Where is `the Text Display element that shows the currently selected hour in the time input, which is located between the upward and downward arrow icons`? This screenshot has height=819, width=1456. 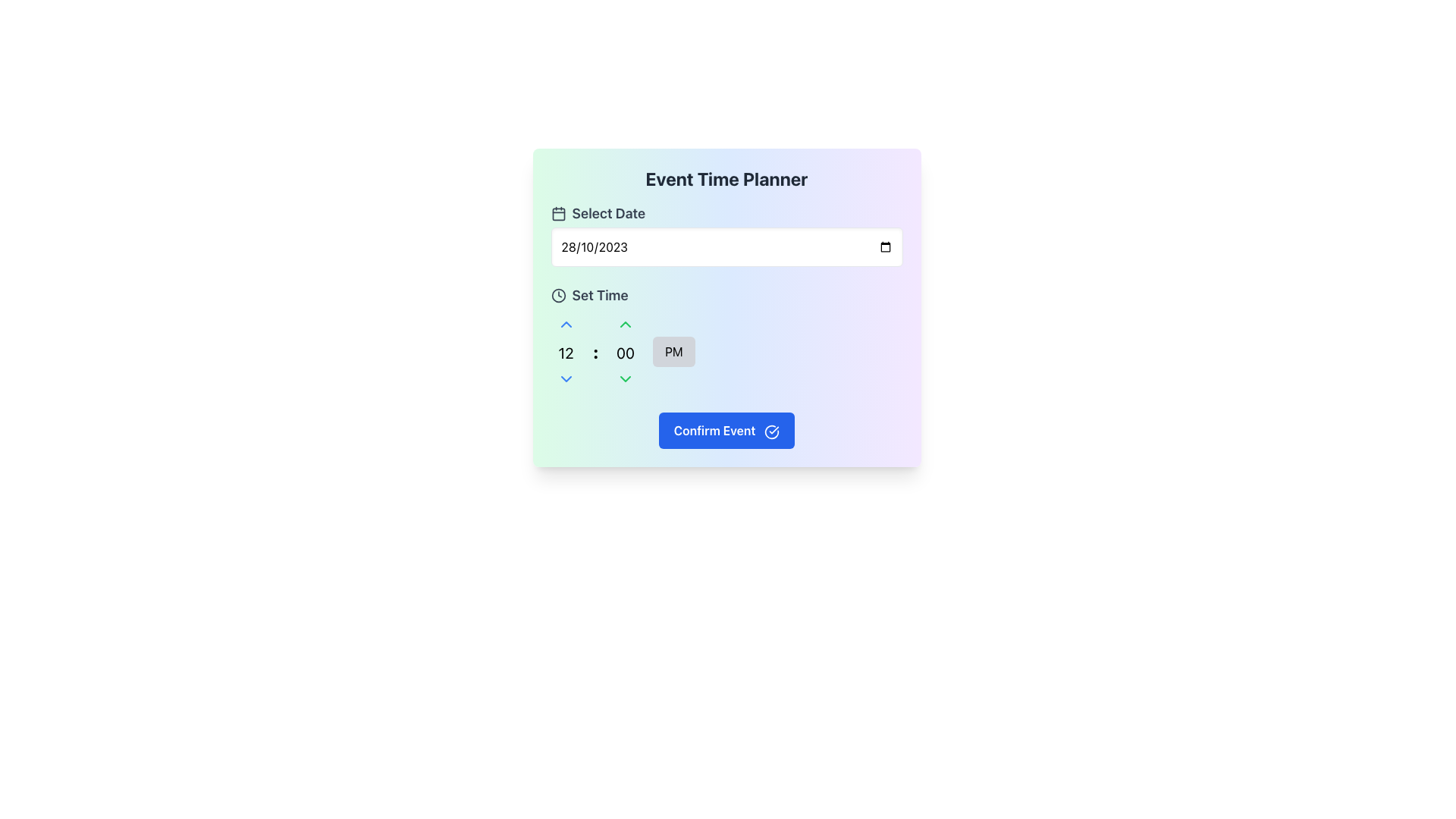
the Text Display element that shows the currently selected hour in the time input, which is located between the upward and downward arrow icons is located at coordinates (565, 353).